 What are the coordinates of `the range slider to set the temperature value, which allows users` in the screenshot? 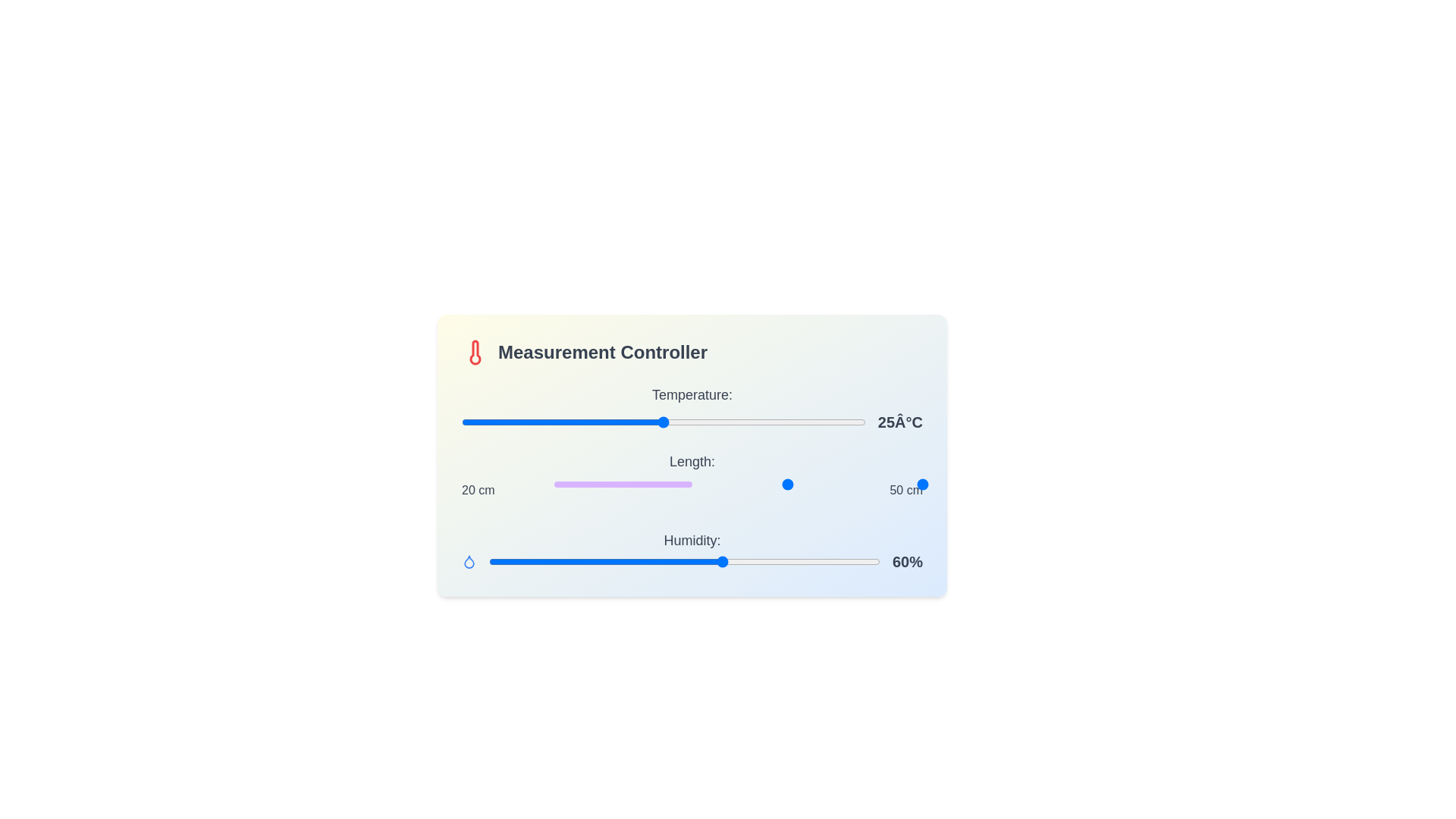 It's located at (691, 422).